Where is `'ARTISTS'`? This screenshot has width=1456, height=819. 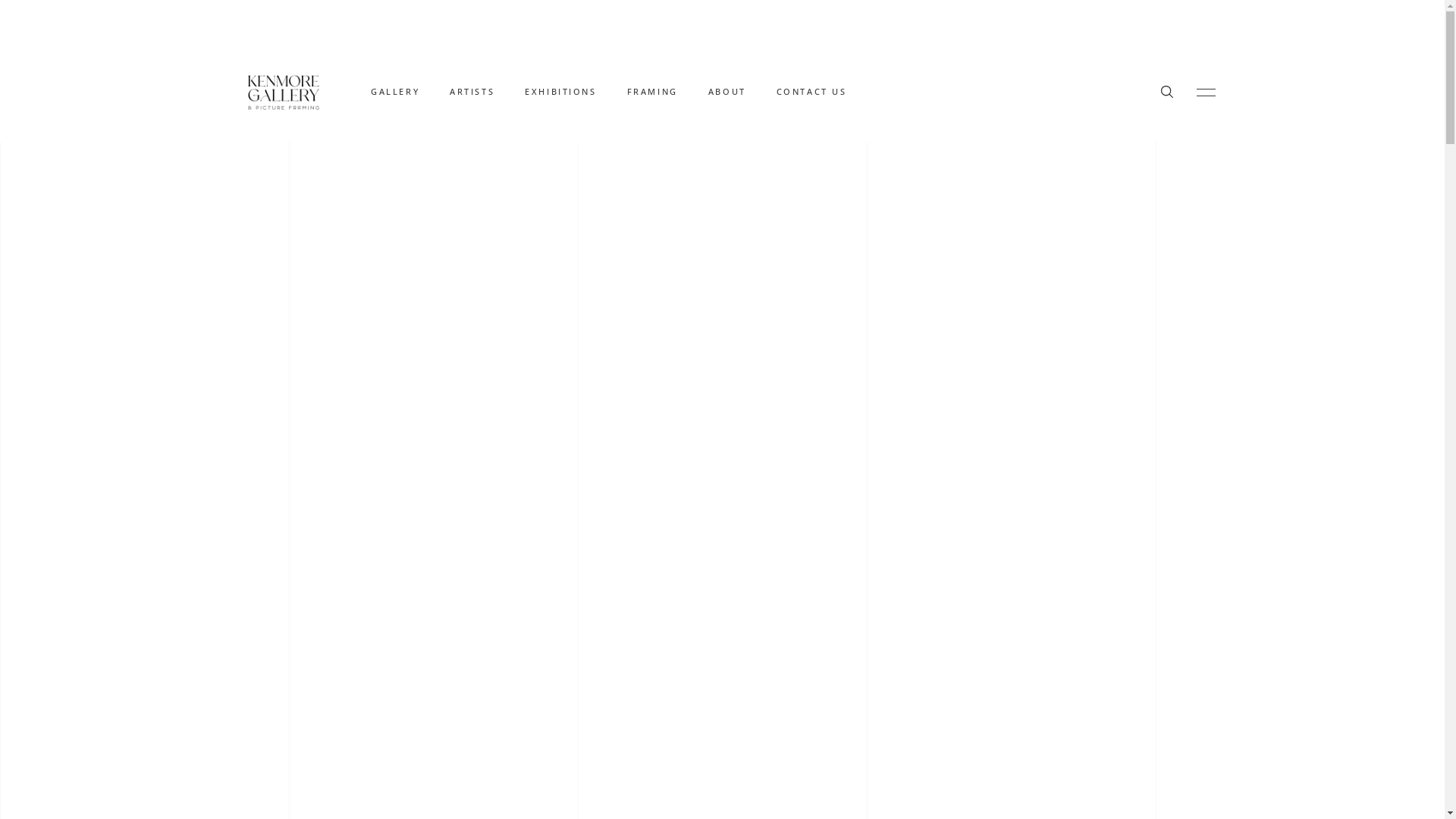 'ARTISTS' is located at coordinates (471, 91).